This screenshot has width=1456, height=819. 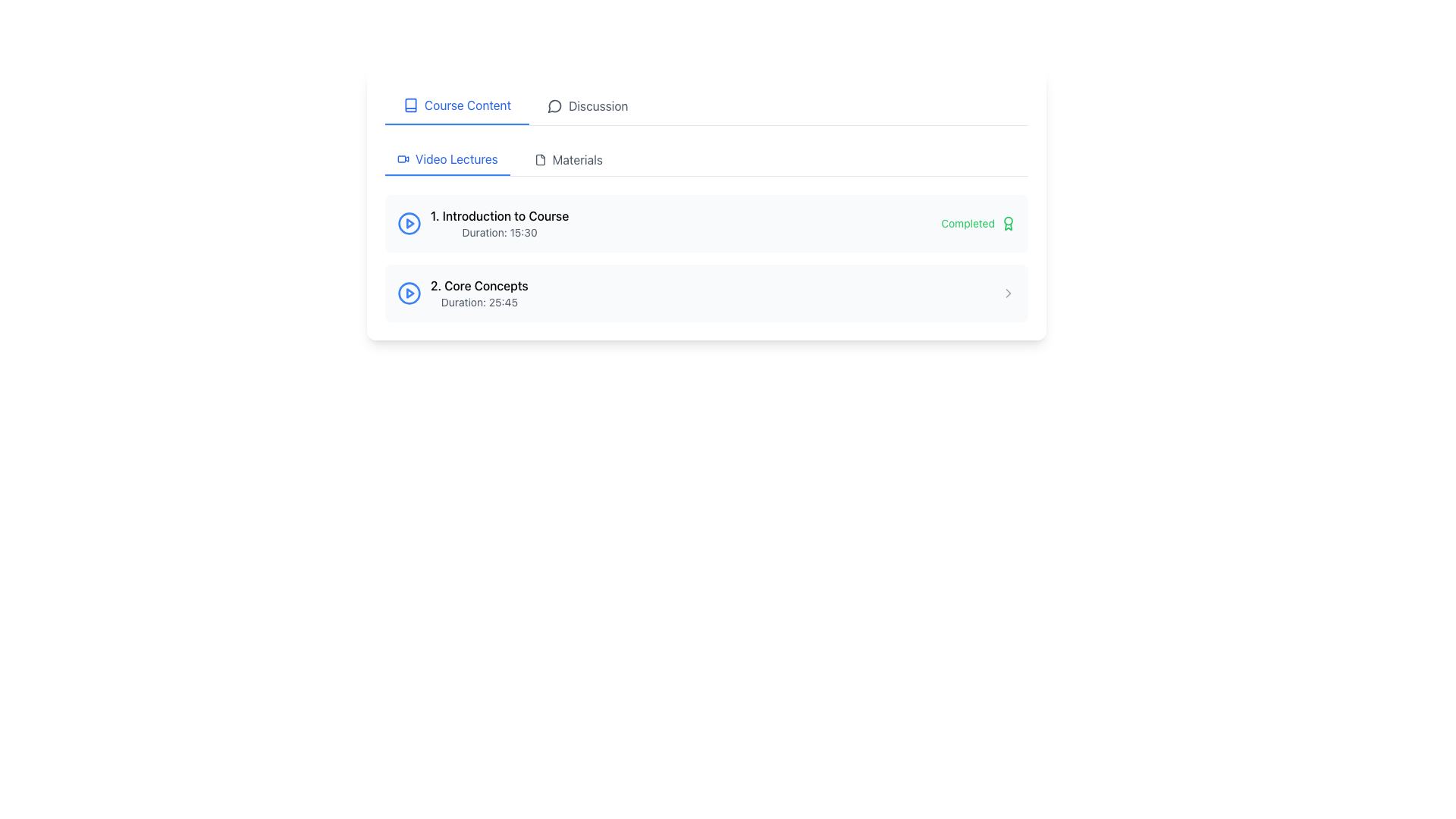 I want to click on the text label element representing the video lecture titled 'Core Concepts' with its duration, located below '1. Introduction to Course', so click(x=479, y=293).